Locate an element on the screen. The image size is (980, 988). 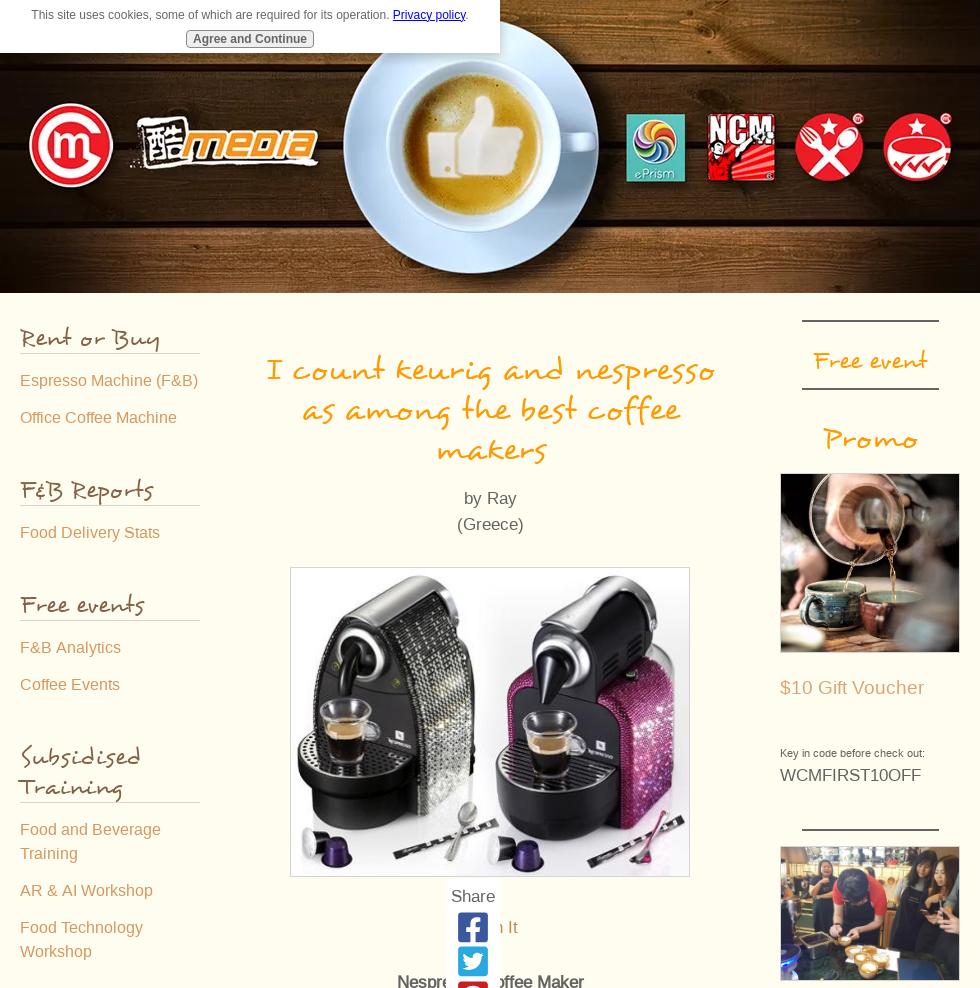
'Office Coffee Machine' is located at coordinates (98, 417).